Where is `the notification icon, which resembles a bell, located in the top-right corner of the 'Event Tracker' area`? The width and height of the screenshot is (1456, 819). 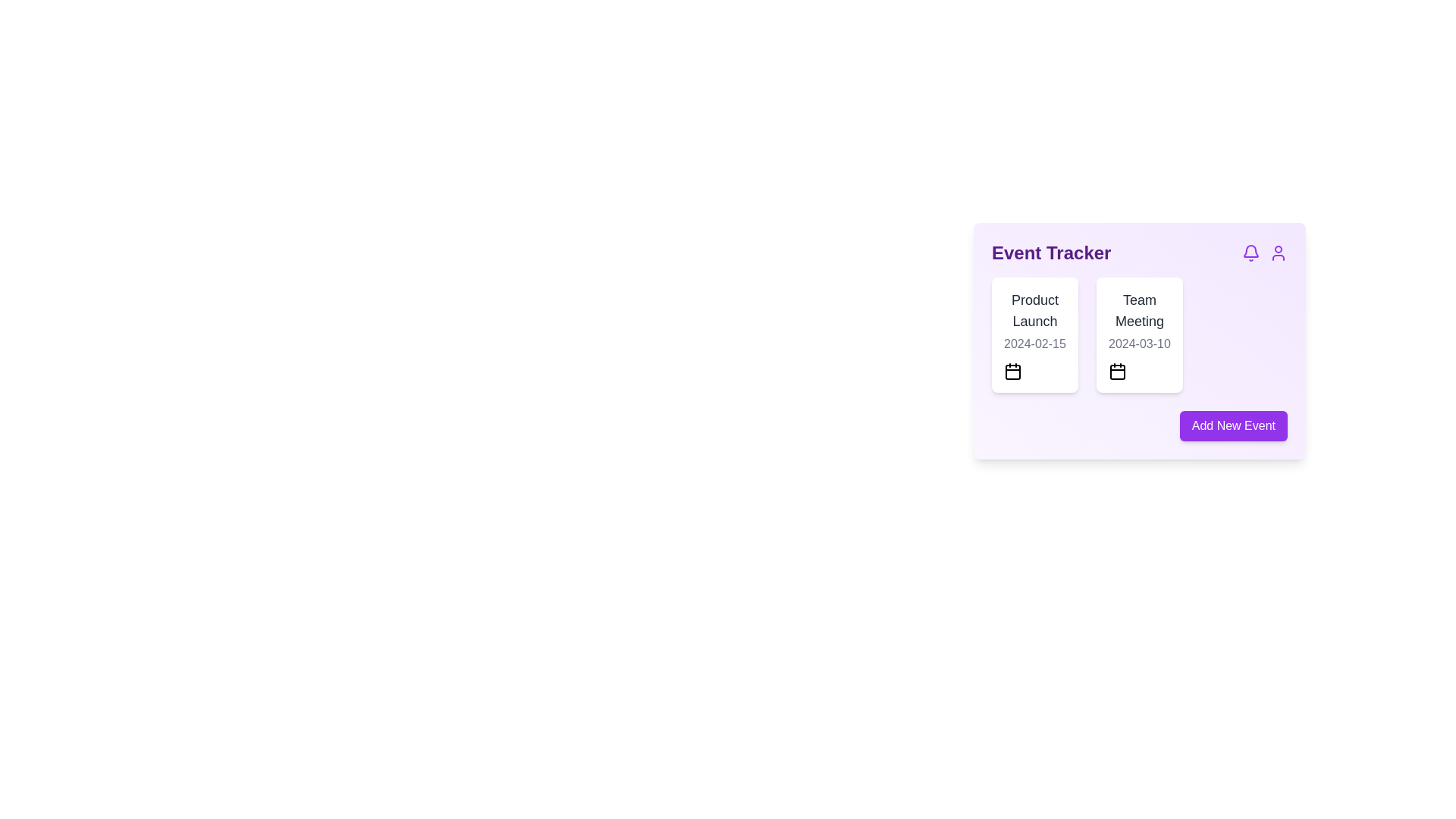 the notification icon, which resembles a bell, located in the top-right corner of the 'Event Tracker' area is located at coordinates (1265, 253).